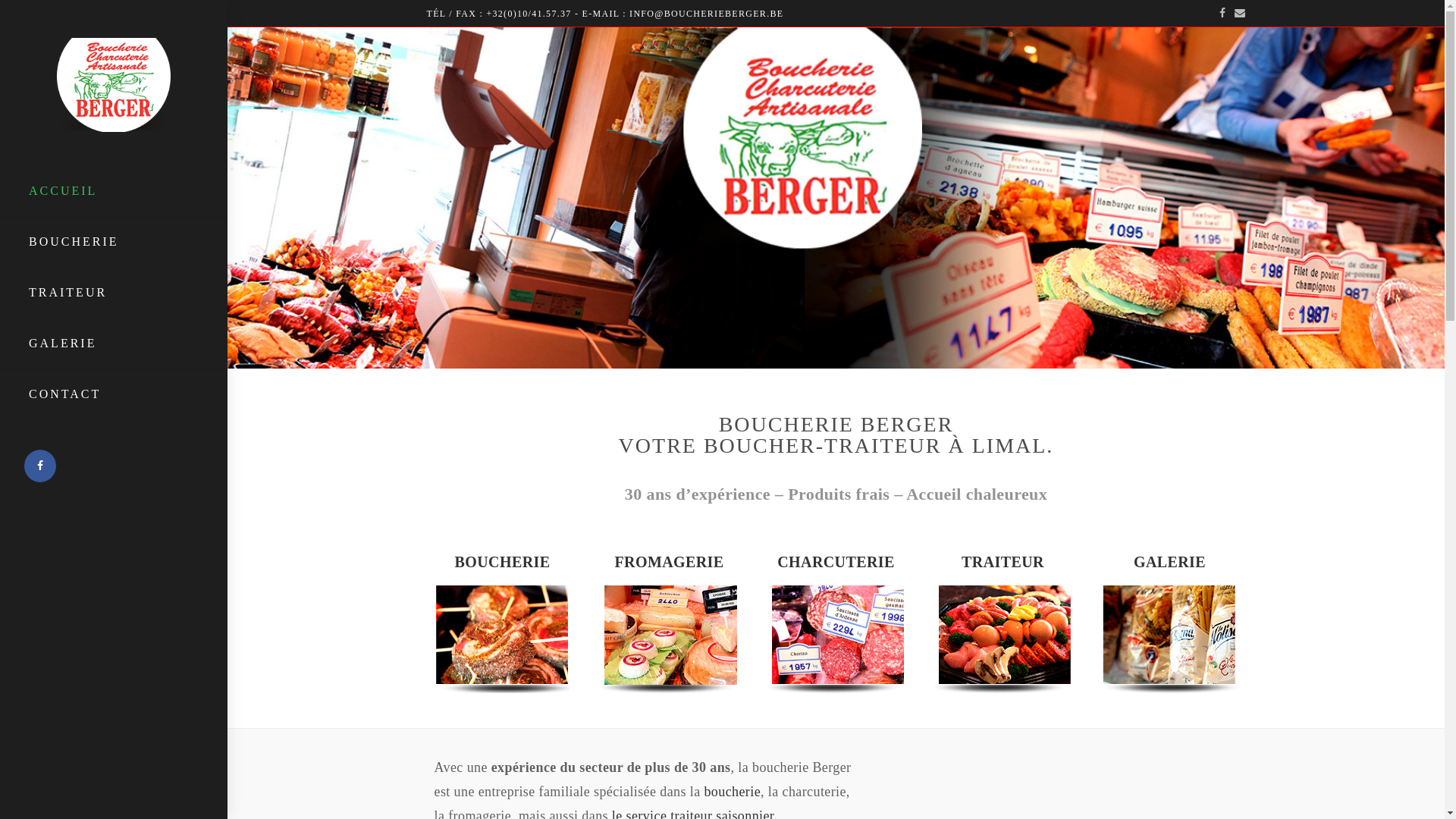 Image resolution: width=1456 pixels, height=819 pixels. What do you see at coordinates (112, 394) in the screenshot?
I see `'CONTACT'` at bounding box center [112, 394].